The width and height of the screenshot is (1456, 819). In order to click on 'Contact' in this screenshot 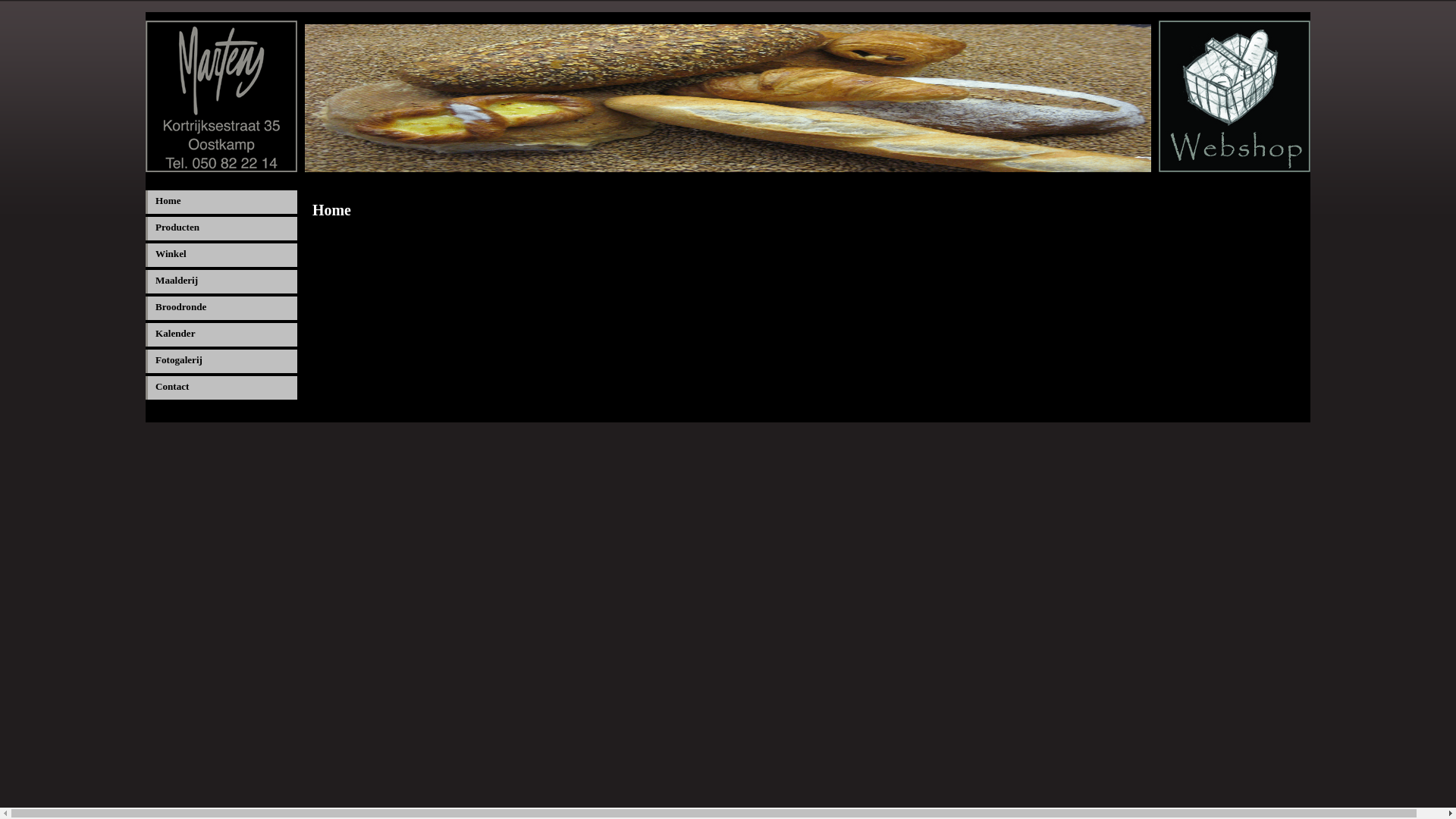, I will do `click(221, 387)`.